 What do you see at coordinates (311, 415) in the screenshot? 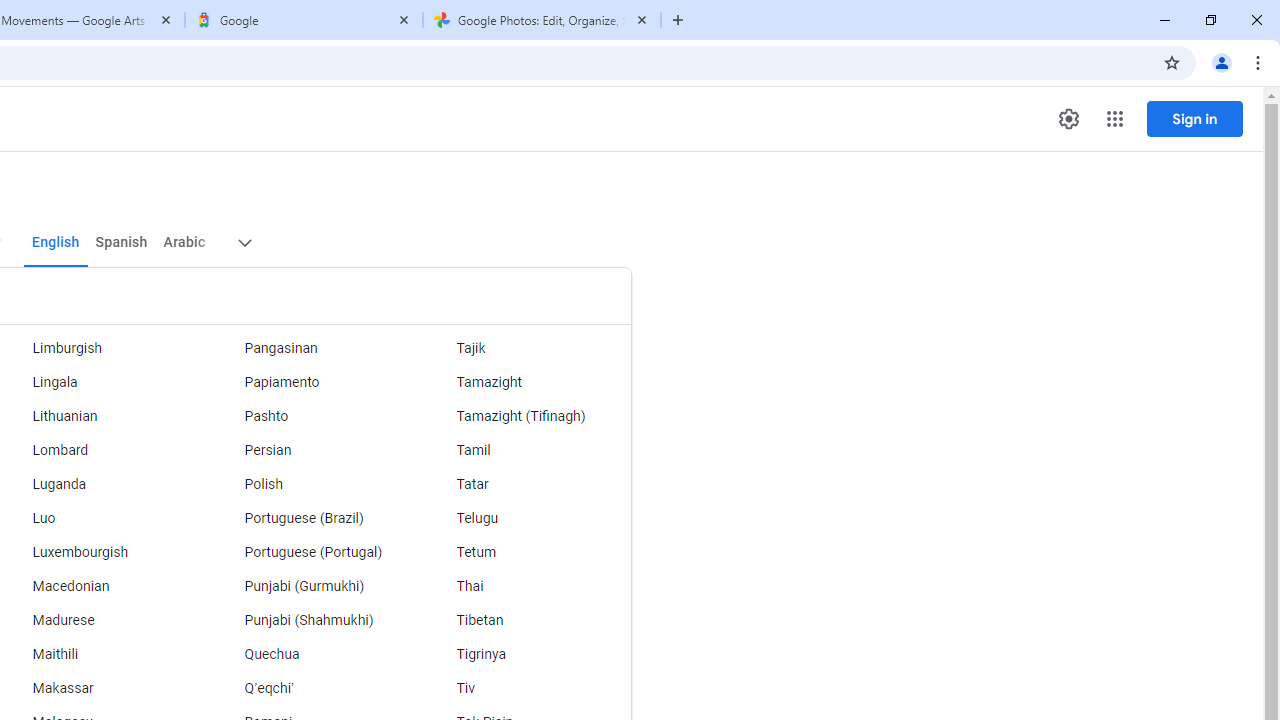
I see `'Pashto'` at bounding box center [311, 415].